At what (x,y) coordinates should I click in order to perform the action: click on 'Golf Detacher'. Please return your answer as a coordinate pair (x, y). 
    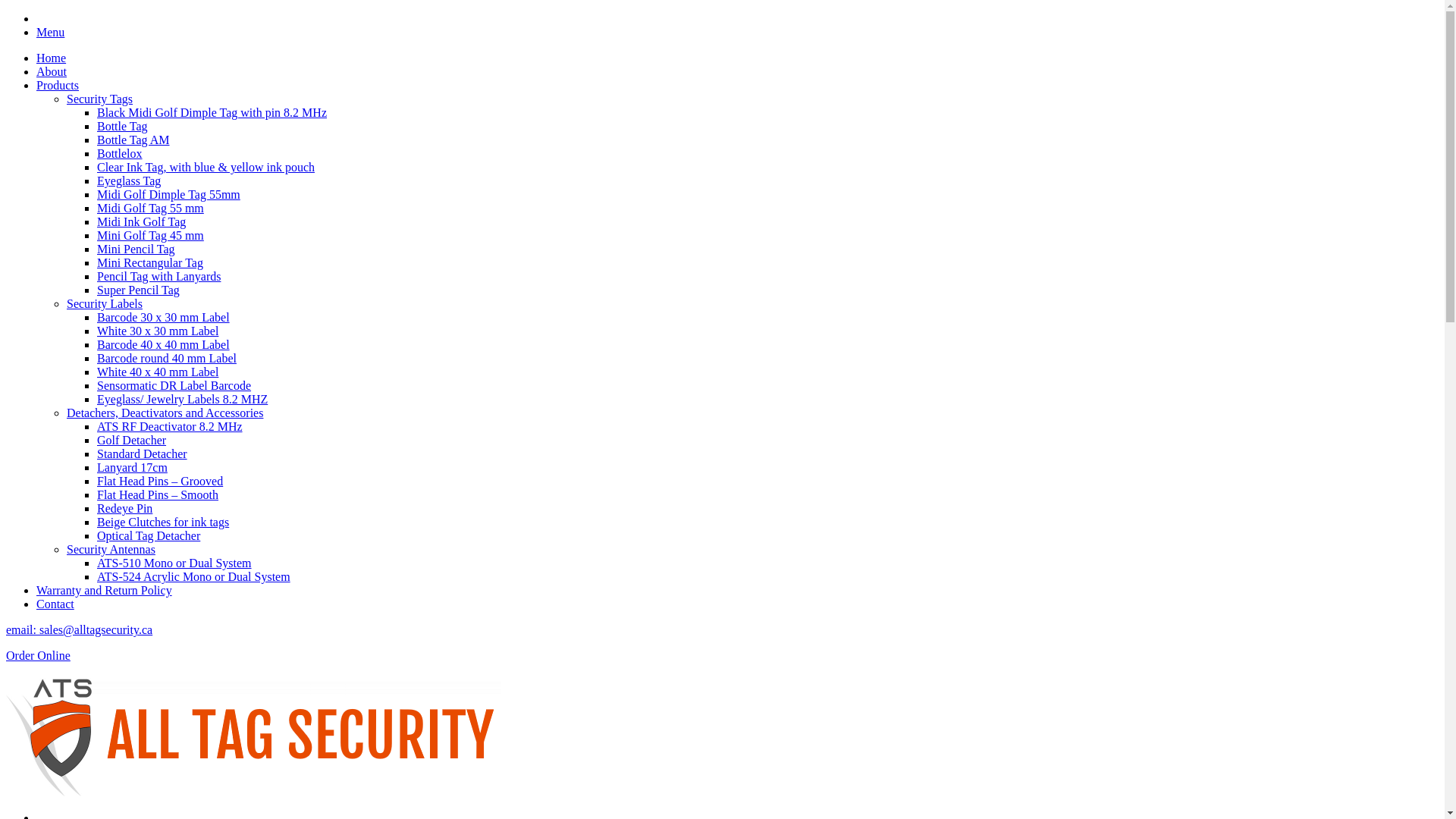
    Looking at the image, I should click on (131, 440).